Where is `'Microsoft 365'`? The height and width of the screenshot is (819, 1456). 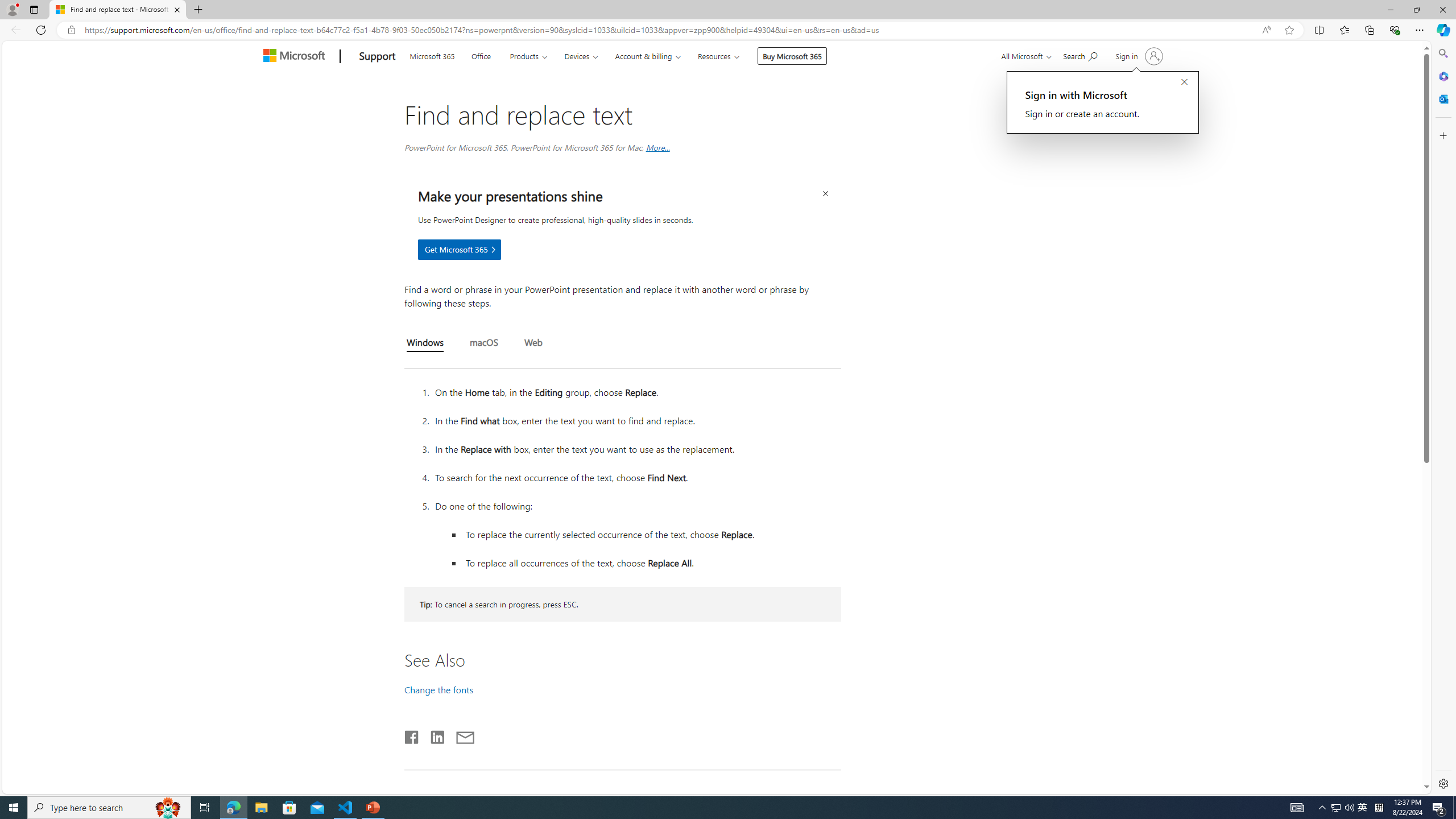
'Microsoft 365' is located at coordinates (432, 55).